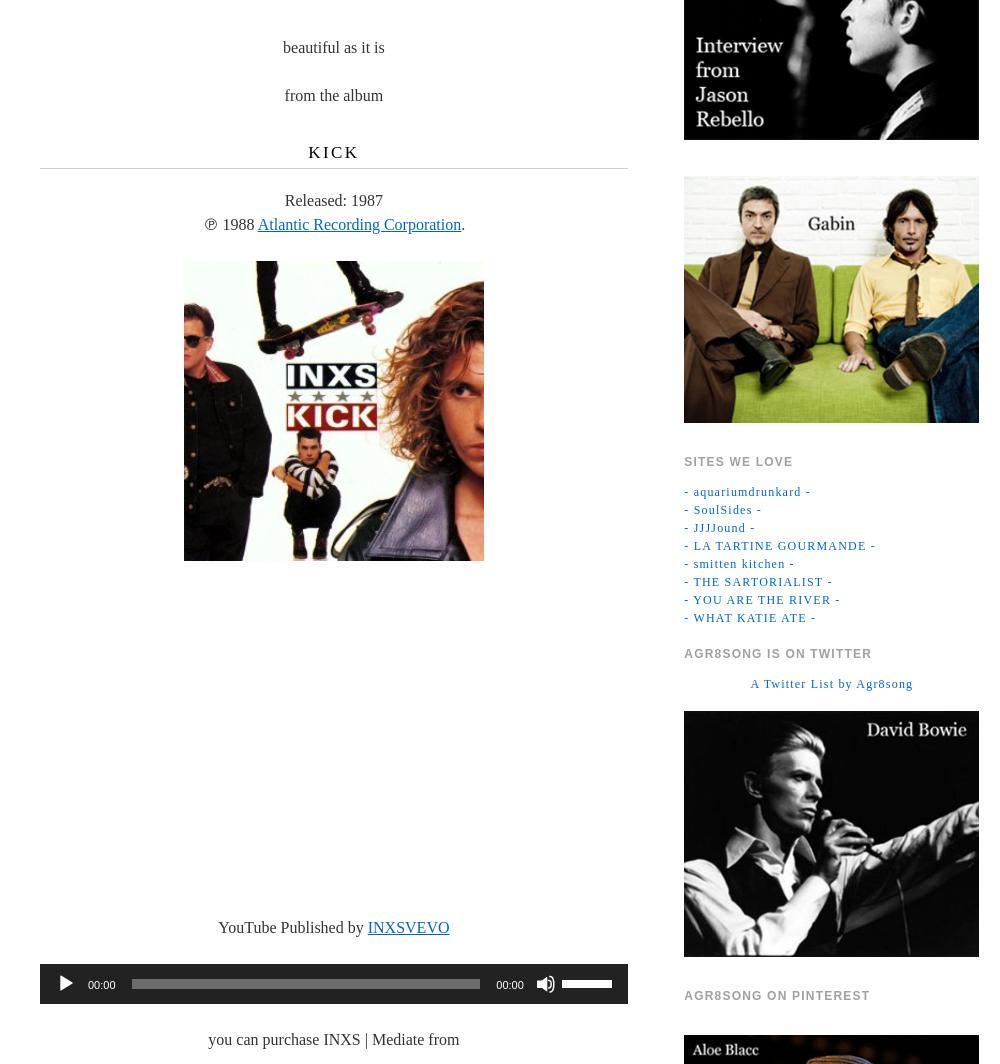  What do you see at coordinates (737, 461) in the screenshot?
I see `'Sites we Love'` at bounding box center [737, 461].